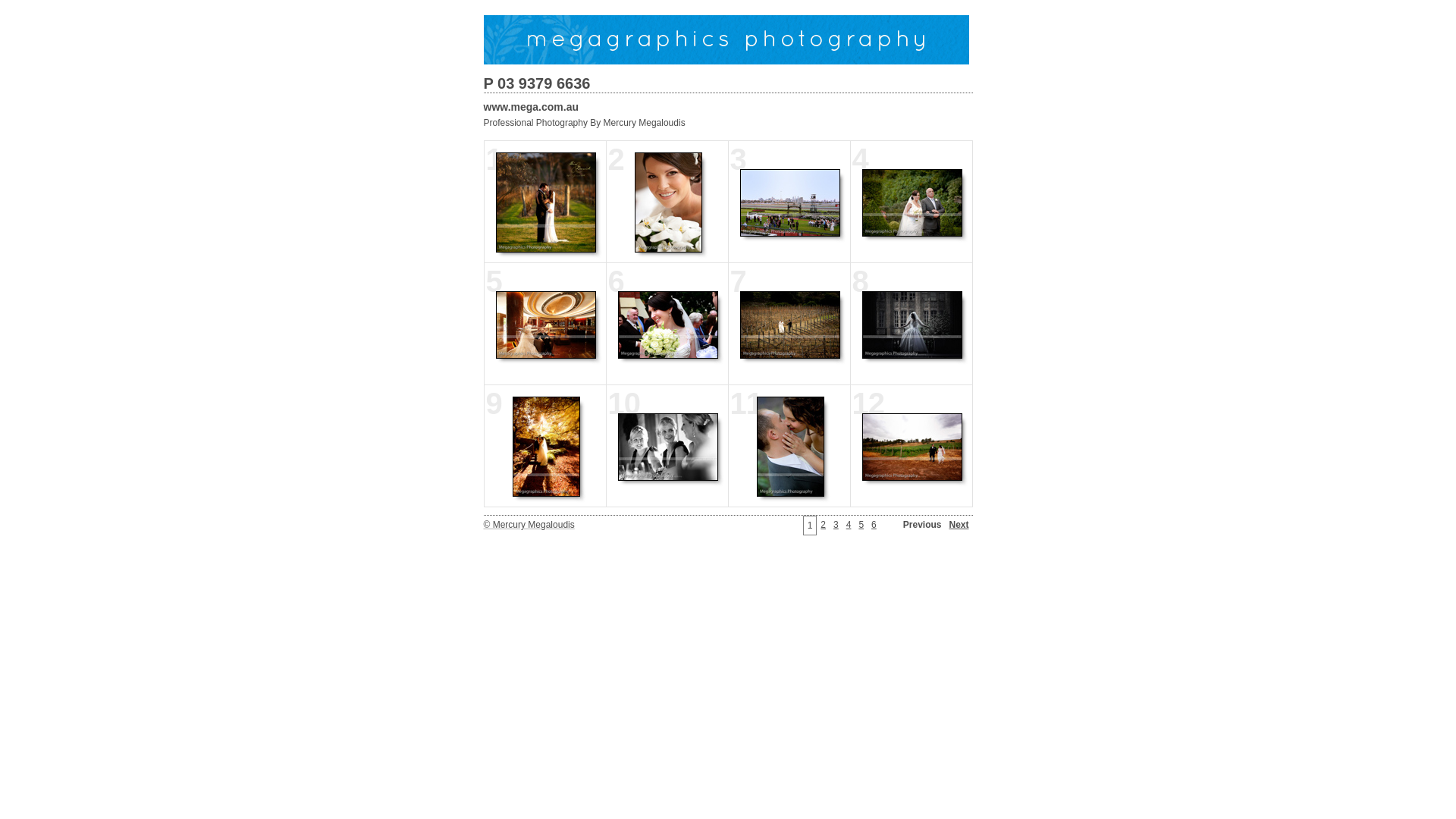  I want to click on '12', so click(910, 444).